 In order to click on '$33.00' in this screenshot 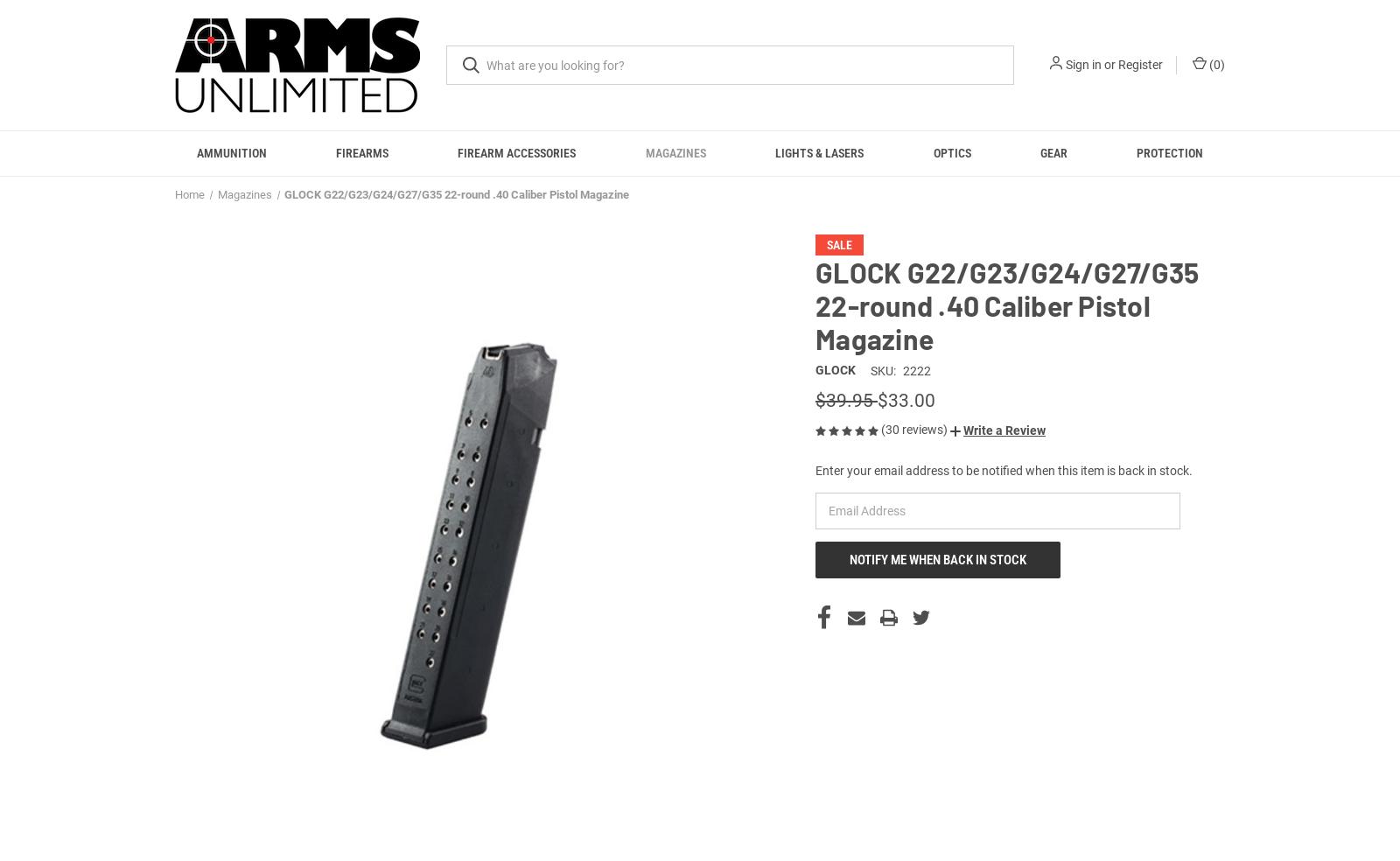, I will do `click(906, 420)`.